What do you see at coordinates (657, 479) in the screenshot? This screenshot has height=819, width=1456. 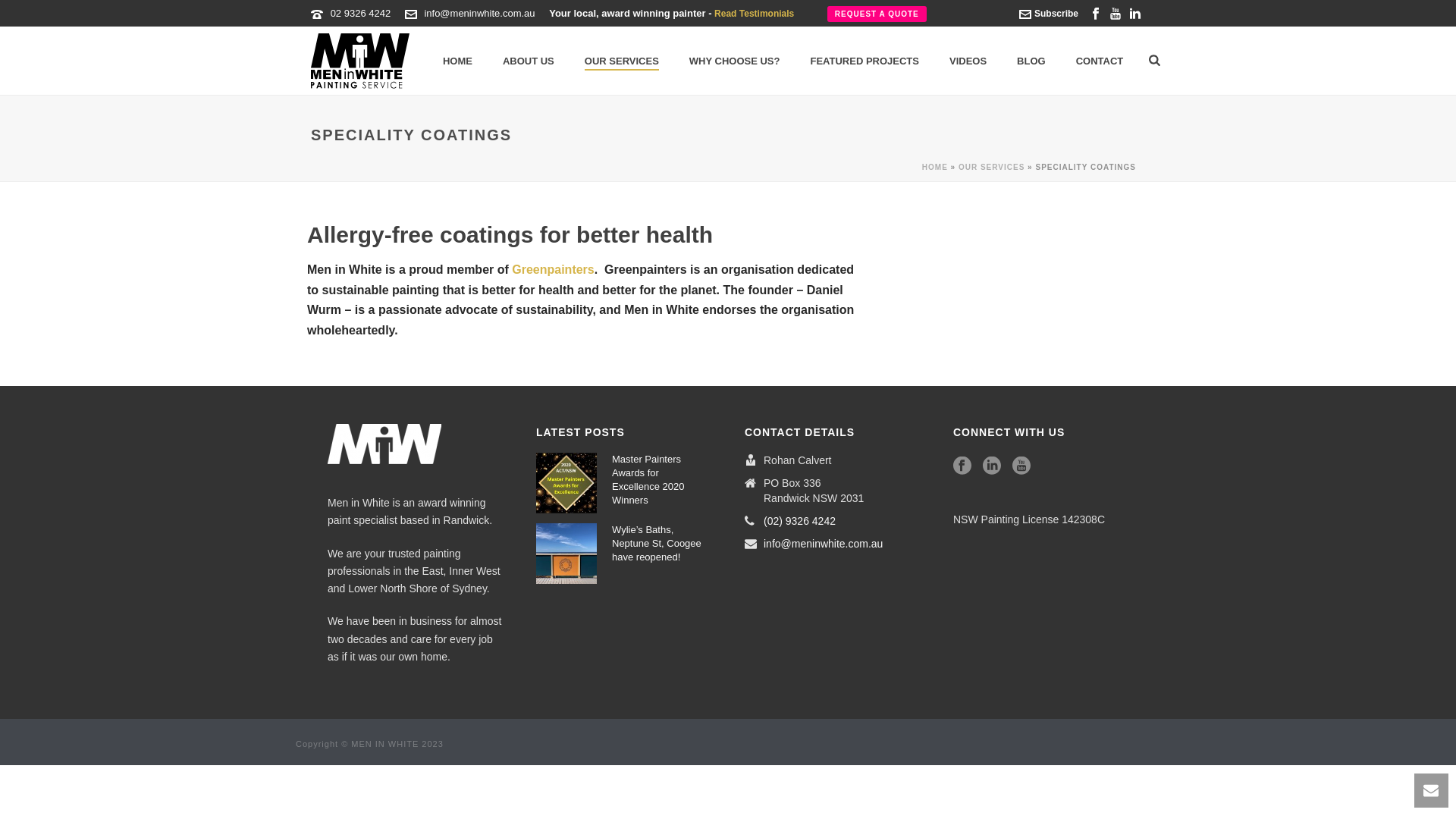 I see `'Master Painters Awards for Excellence 2020 Winners'` at bounding box center [657, 479].